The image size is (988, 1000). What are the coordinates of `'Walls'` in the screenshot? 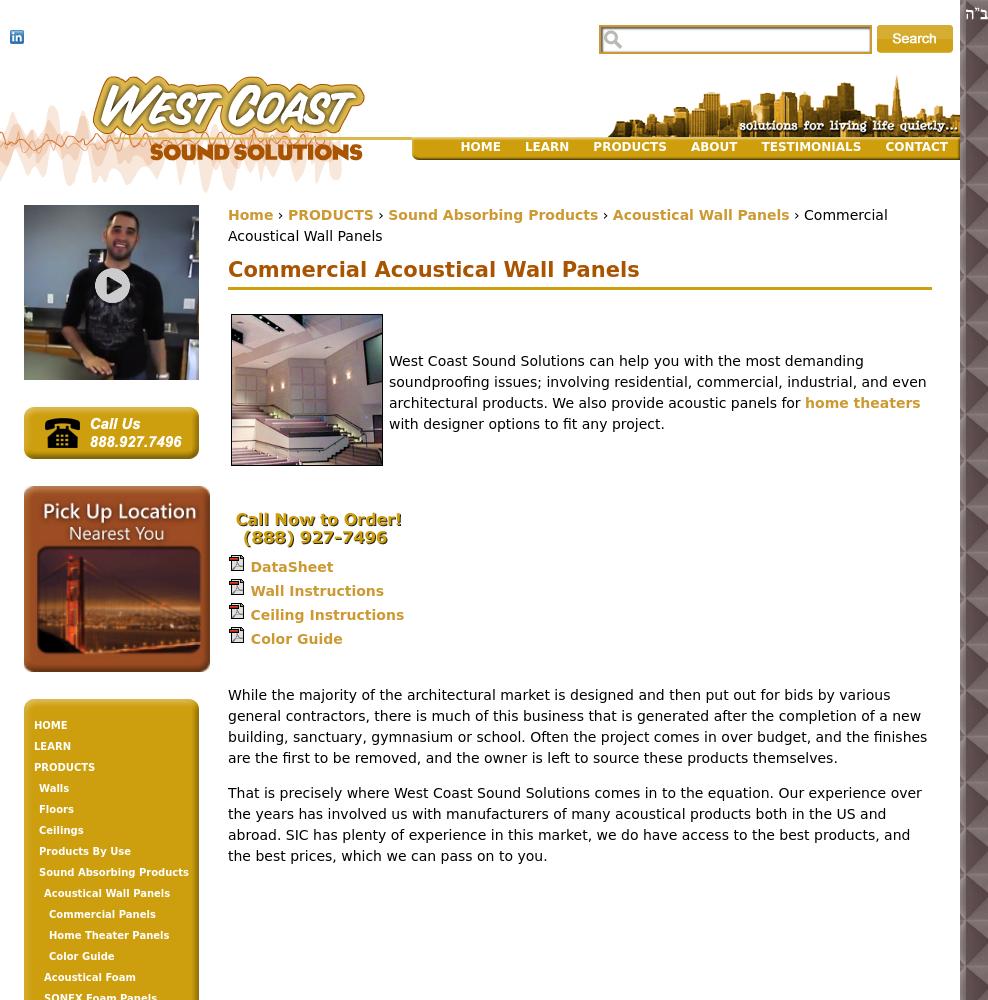 It's located at (53, 788).